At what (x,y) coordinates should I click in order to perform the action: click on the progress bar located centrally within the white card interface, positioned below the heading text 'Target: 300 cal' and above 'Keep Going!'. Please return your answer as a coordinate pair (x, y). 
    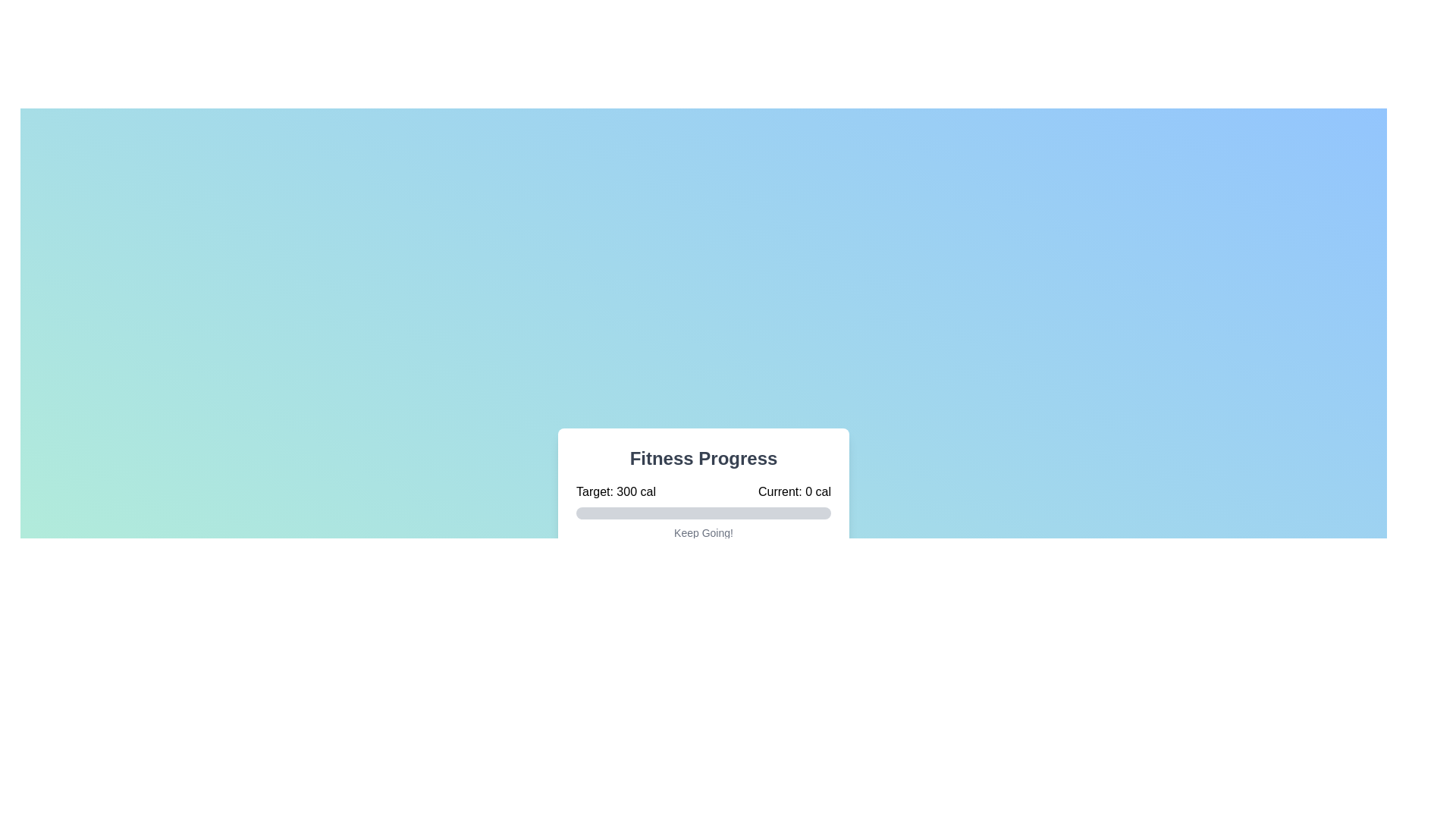
    Looking at the image, I should click on (702, 513).